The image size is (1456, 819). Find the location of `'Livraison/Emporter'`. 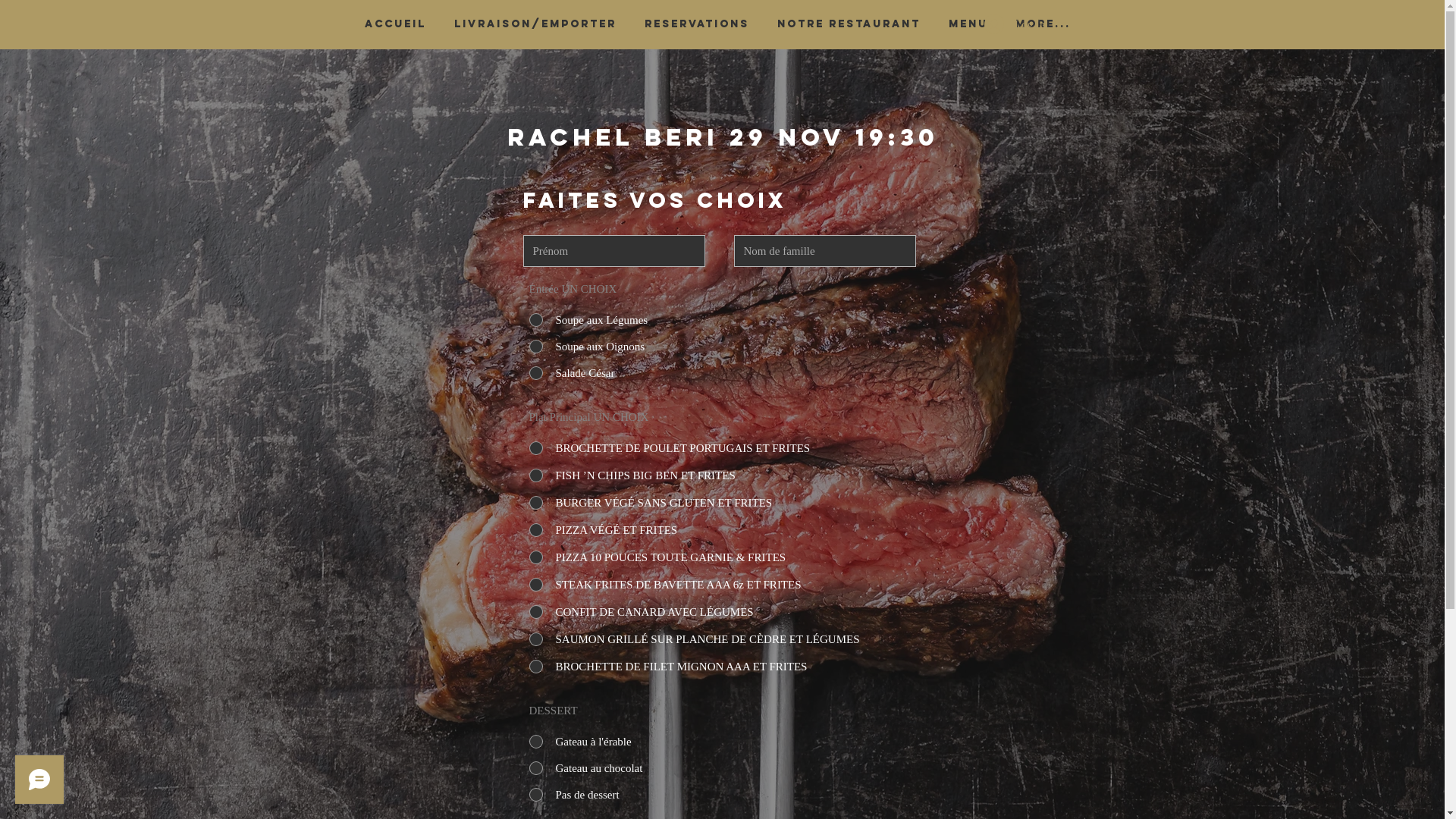

'Livraison/Emporter' is located at coordinates (535, 24).